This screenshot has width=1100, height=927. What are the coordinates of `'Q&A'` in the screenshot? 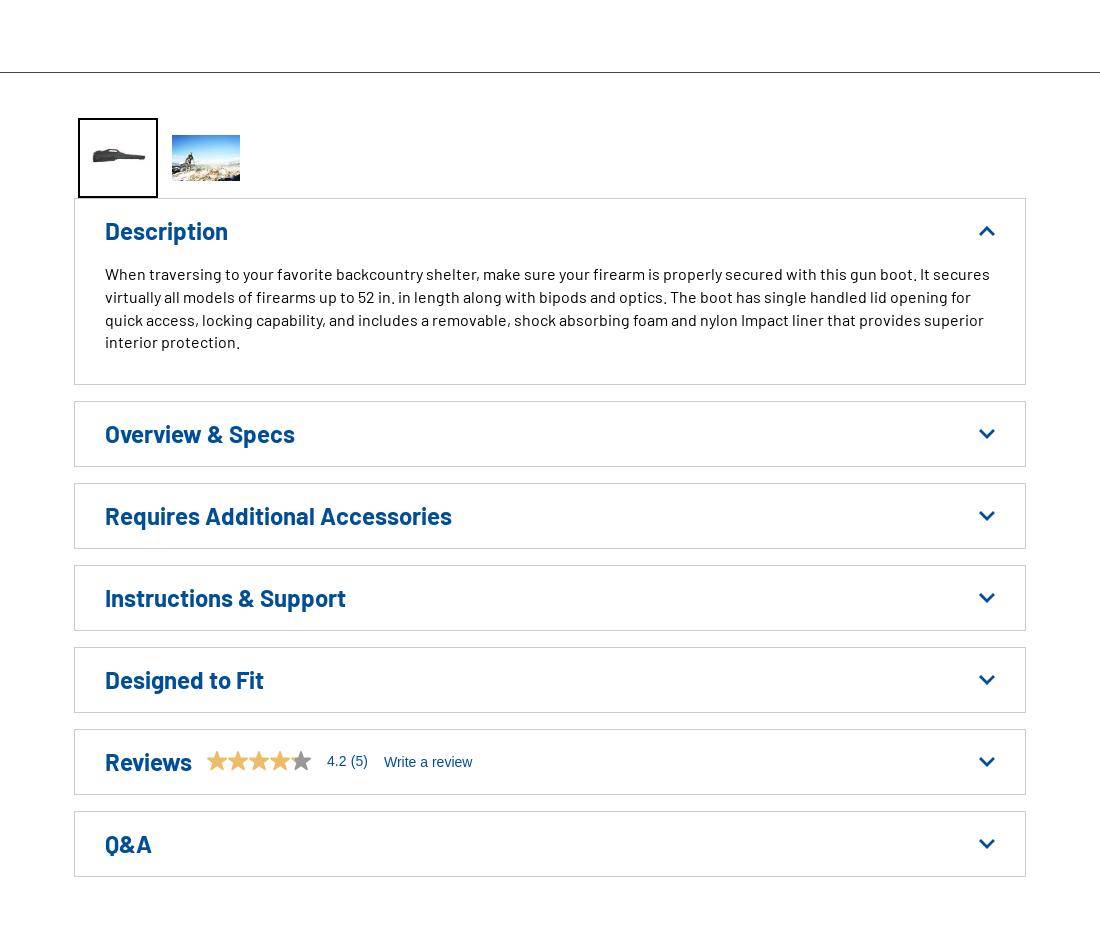 It's located at (128, 843).